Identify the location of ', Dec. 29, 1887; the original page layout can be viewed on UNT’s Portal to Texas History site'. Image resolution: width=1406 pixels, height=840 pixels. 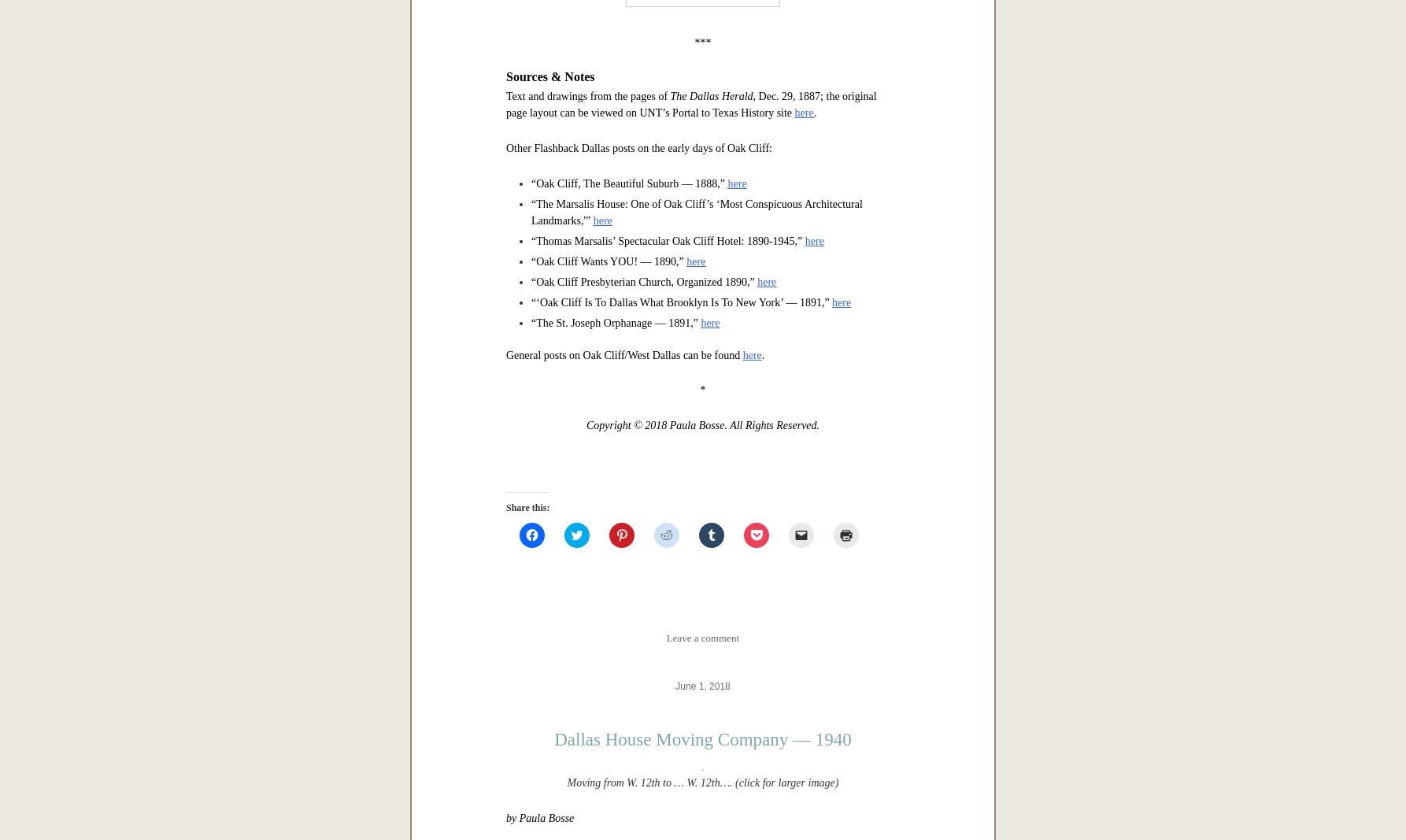
(690, 598).